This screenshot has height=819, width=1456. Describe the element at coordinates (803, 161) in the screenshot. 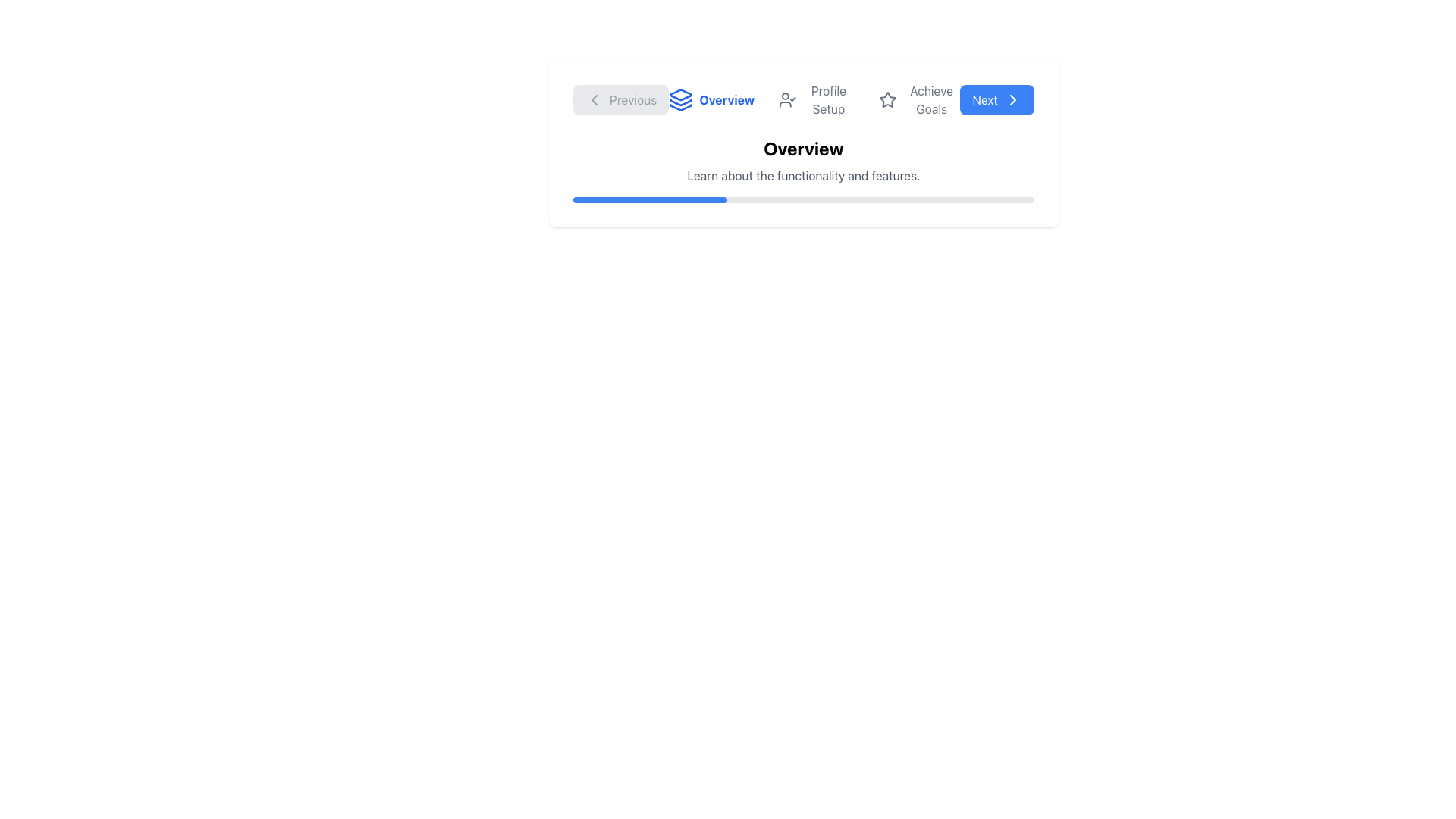

I see `text content of the text block that has a bold header stating 'Overview' and subtext 'Learn about the functionality and features.'` at that location.